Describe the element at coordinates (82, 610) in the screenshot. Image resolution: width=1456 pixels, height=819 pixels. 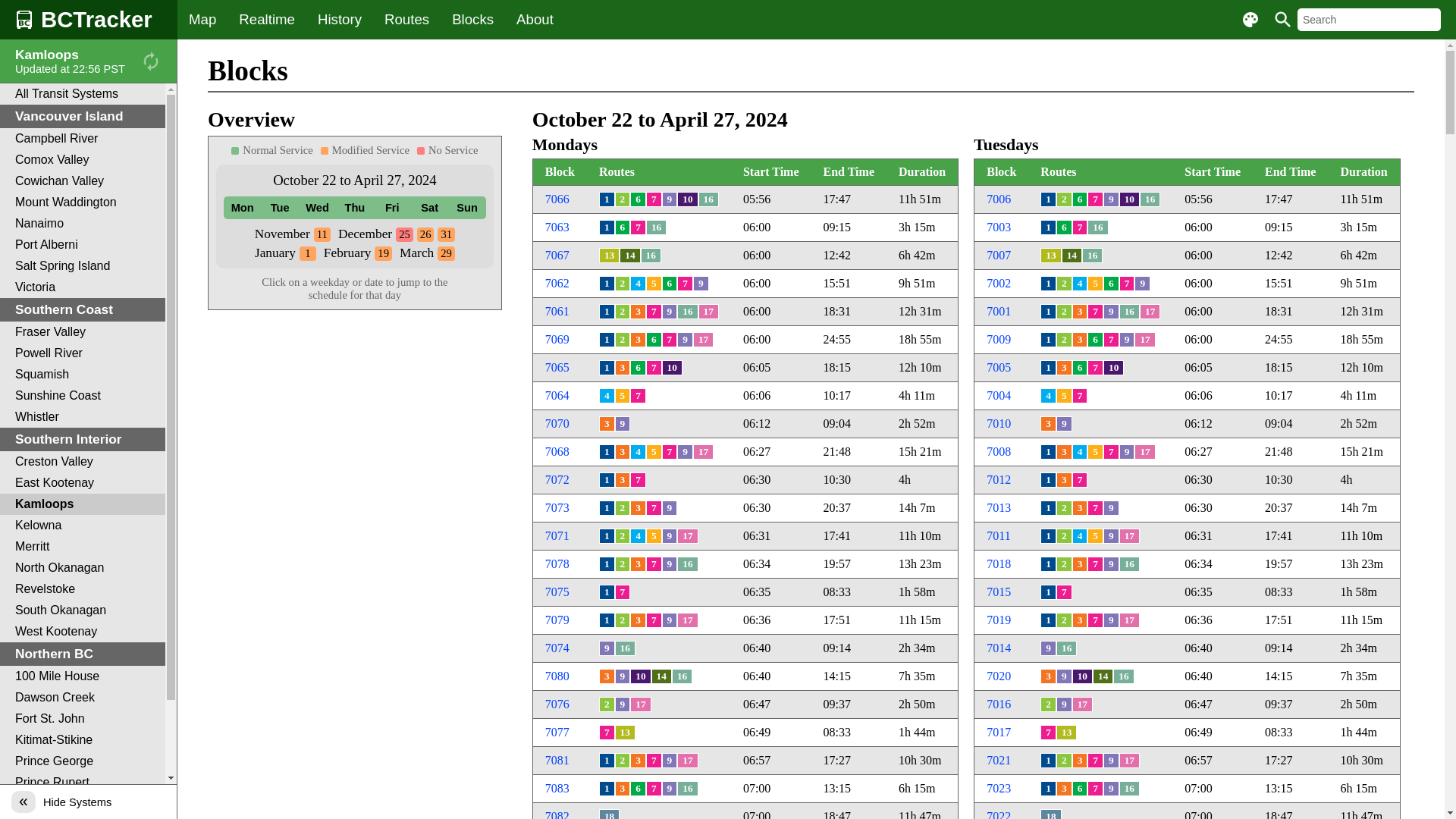
I see `'South Okanagan'` at that location.